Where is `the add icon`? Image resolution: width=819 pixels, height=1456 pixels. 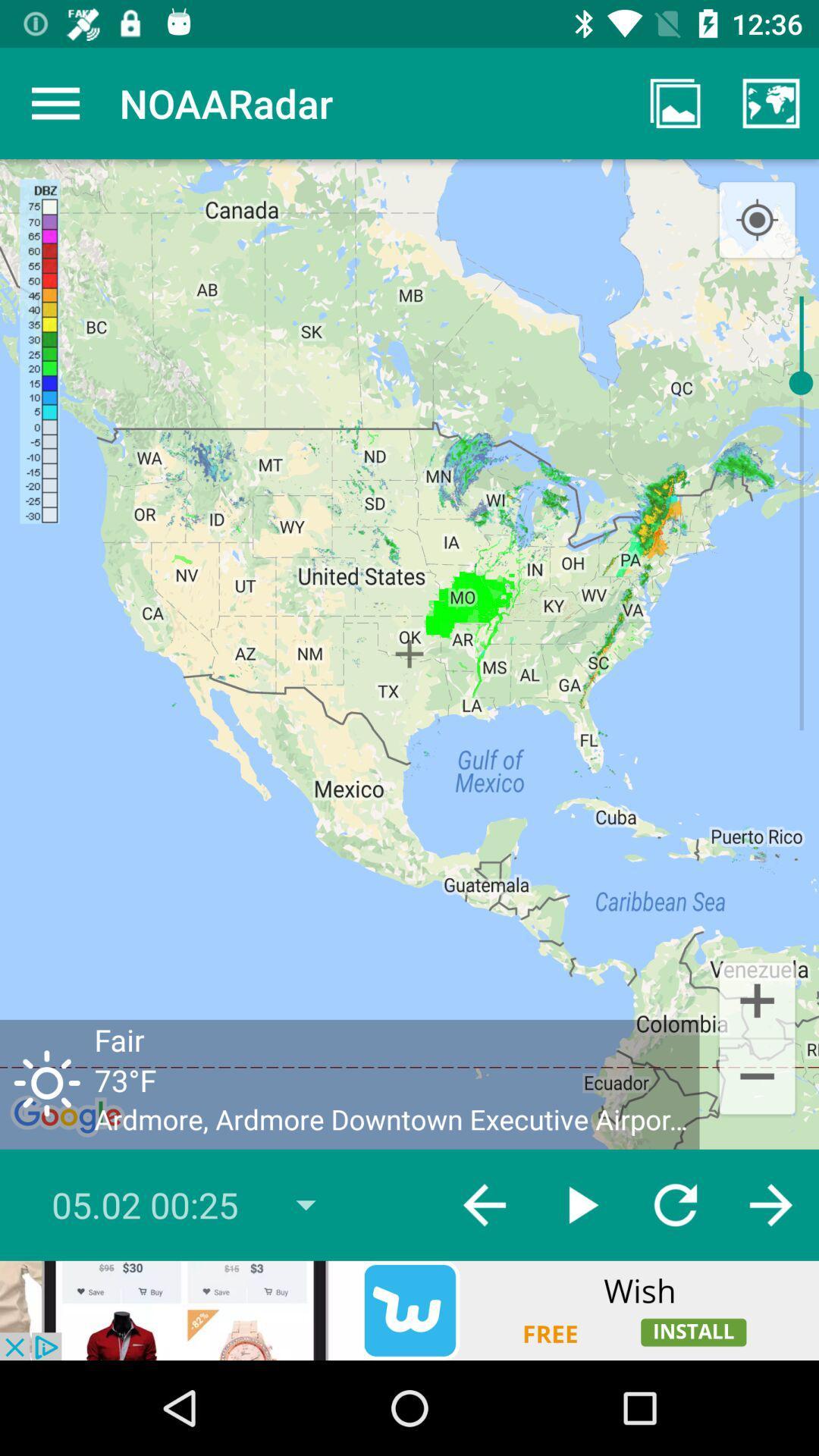 the add icon is located at coordinates (757, 999).